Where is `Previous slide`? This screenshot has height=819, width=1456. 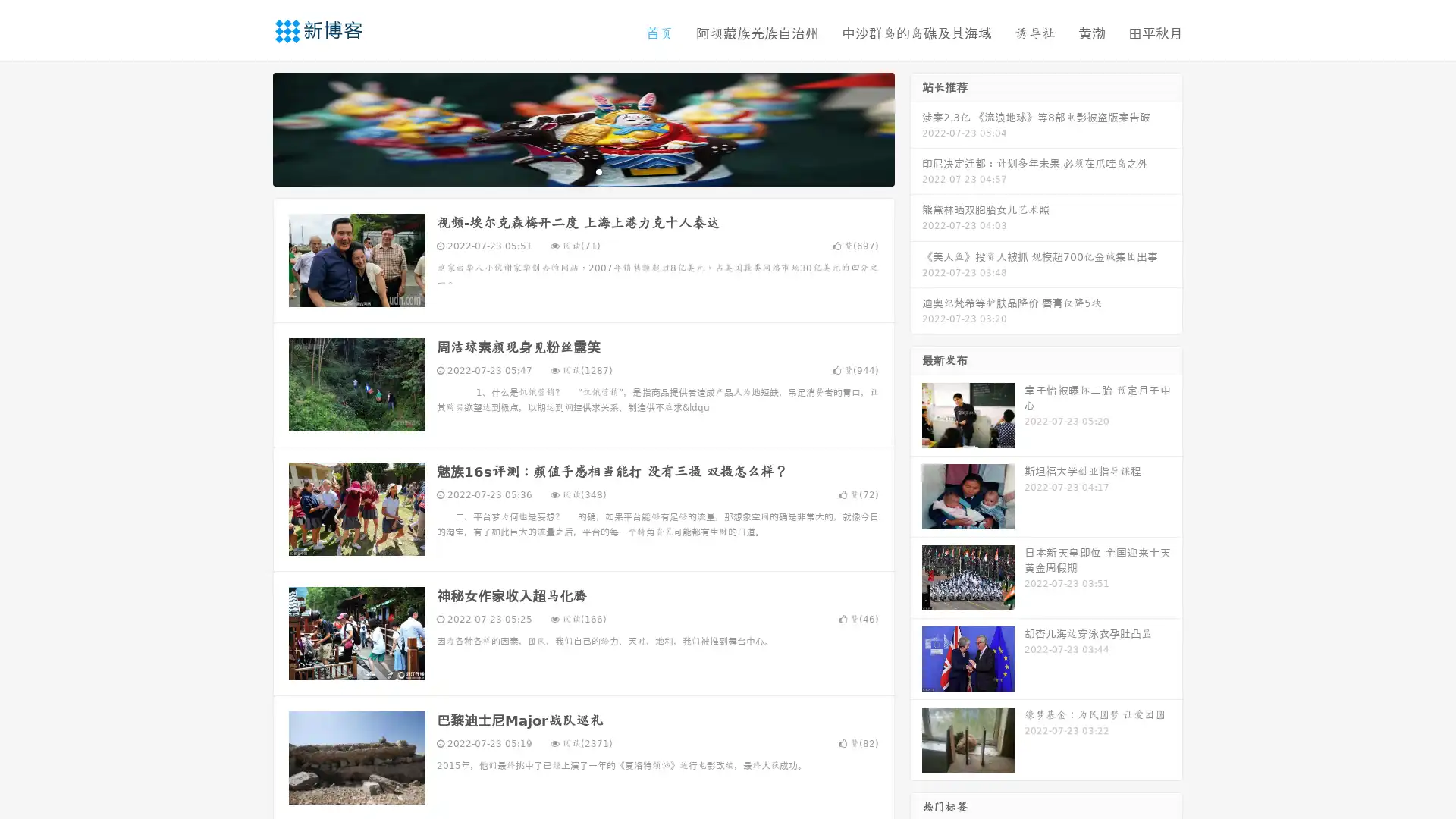
Previous slide is located at coordinates (250, 127).